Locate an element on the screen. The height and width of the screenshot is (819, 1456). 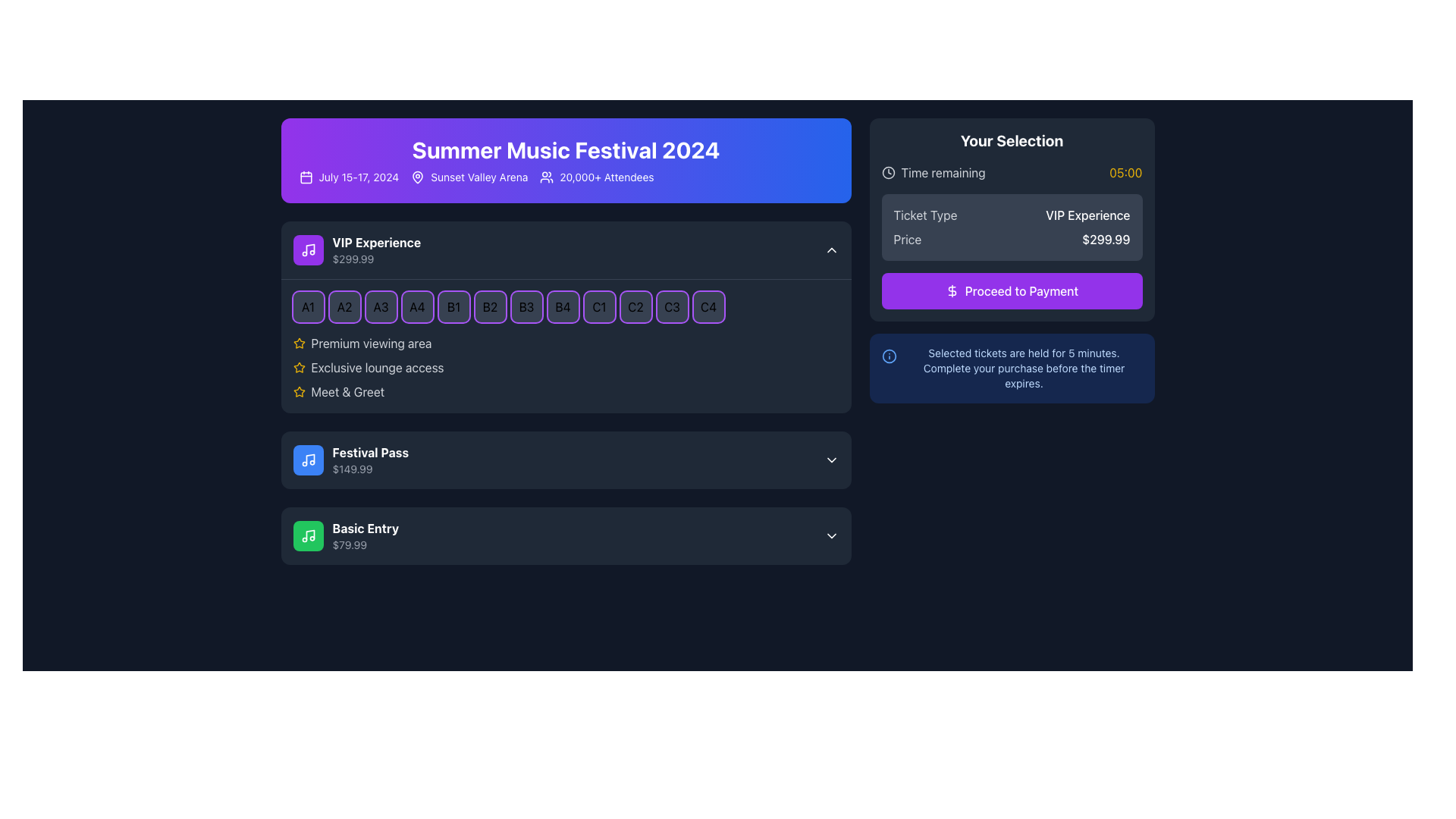
the 'Festival Pass' expandable list item is located at coordinates (565, 459).